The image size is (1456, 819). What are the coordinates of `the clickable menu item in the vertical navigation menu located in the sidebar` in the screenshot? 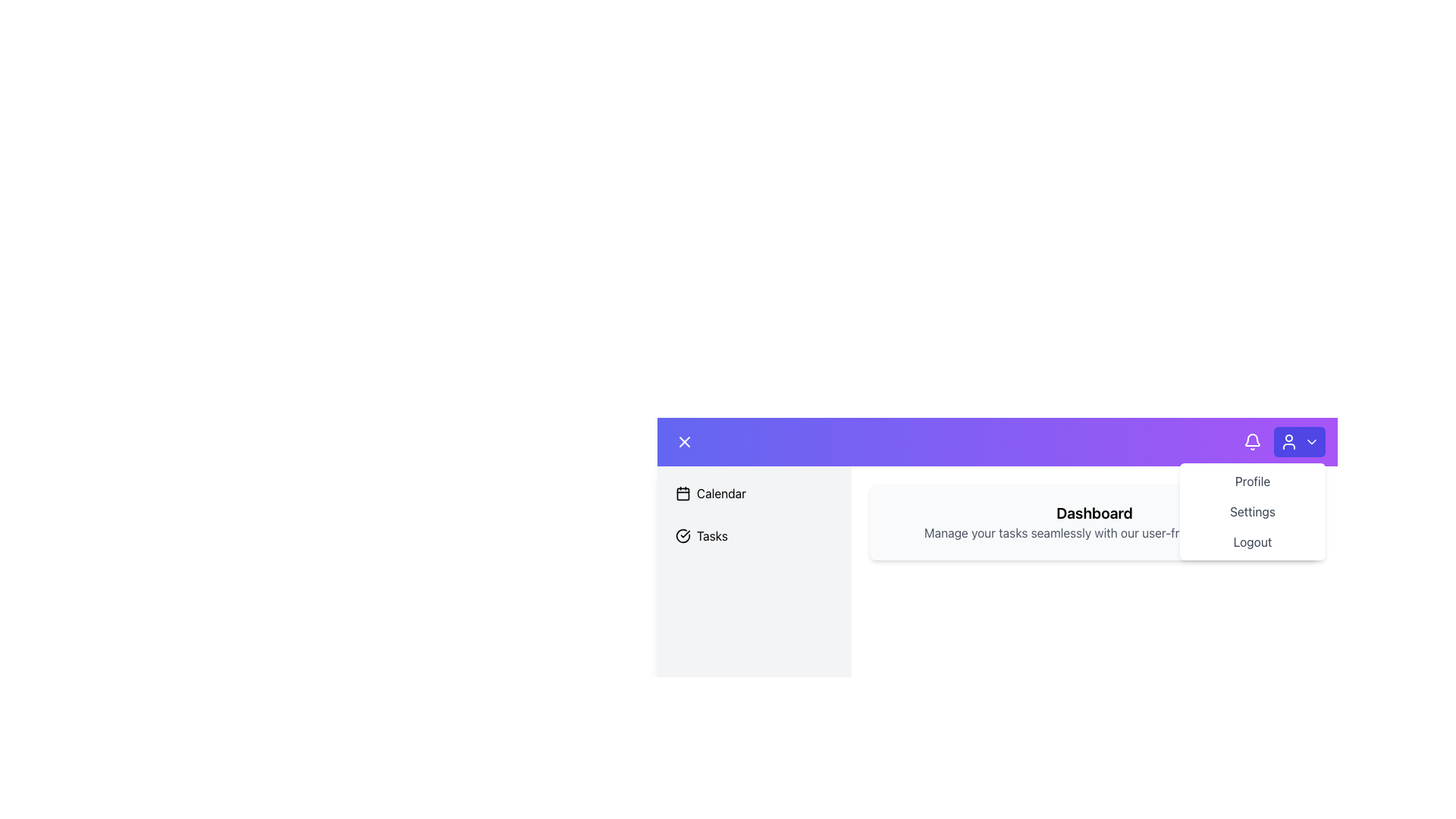 It's located at (754, 513).